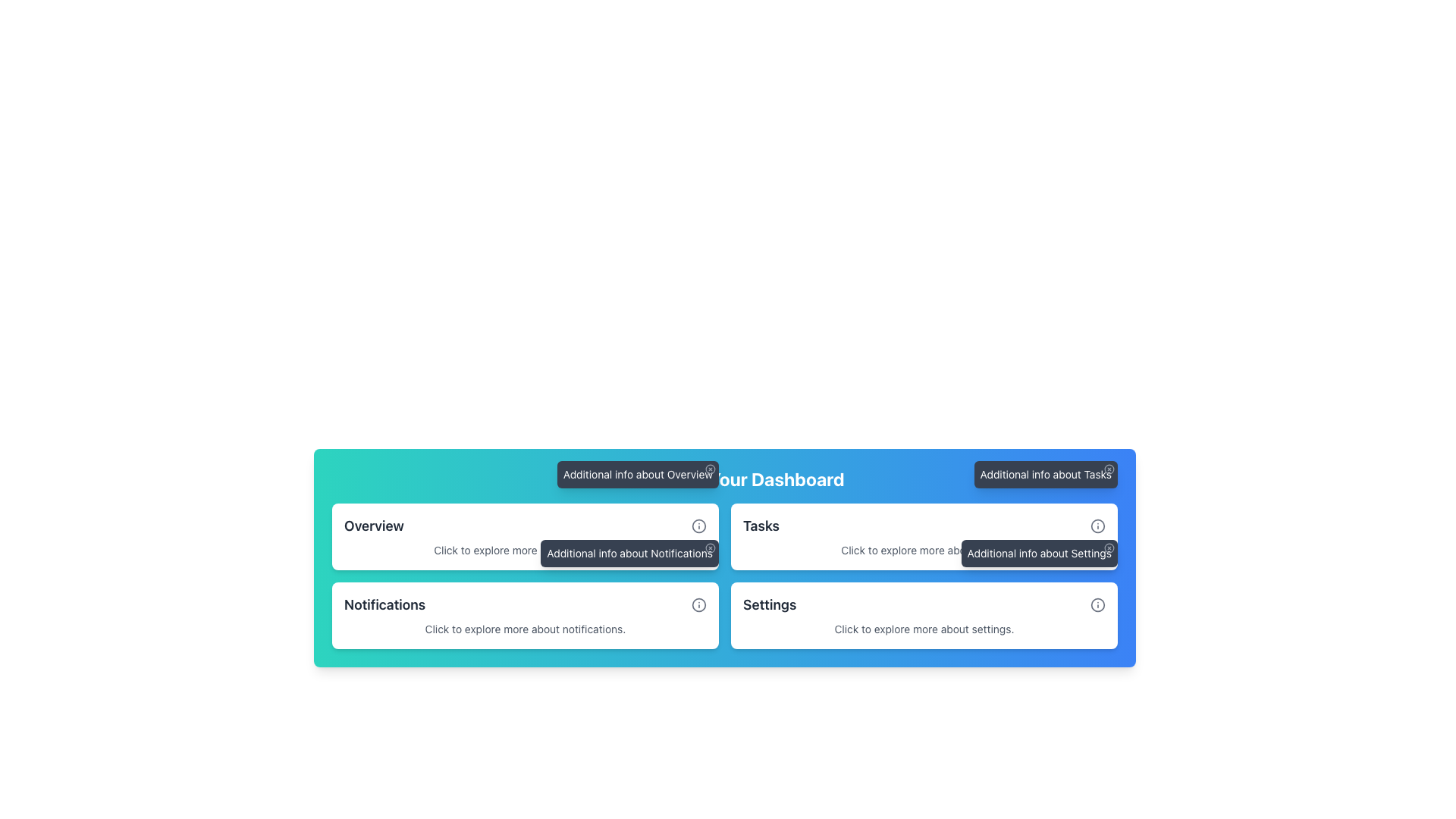  I want to click on the circular close button with a cross inside, located in the top-right corner of the 'Additional info about Tasks' tooltip, so click(1109, 468).